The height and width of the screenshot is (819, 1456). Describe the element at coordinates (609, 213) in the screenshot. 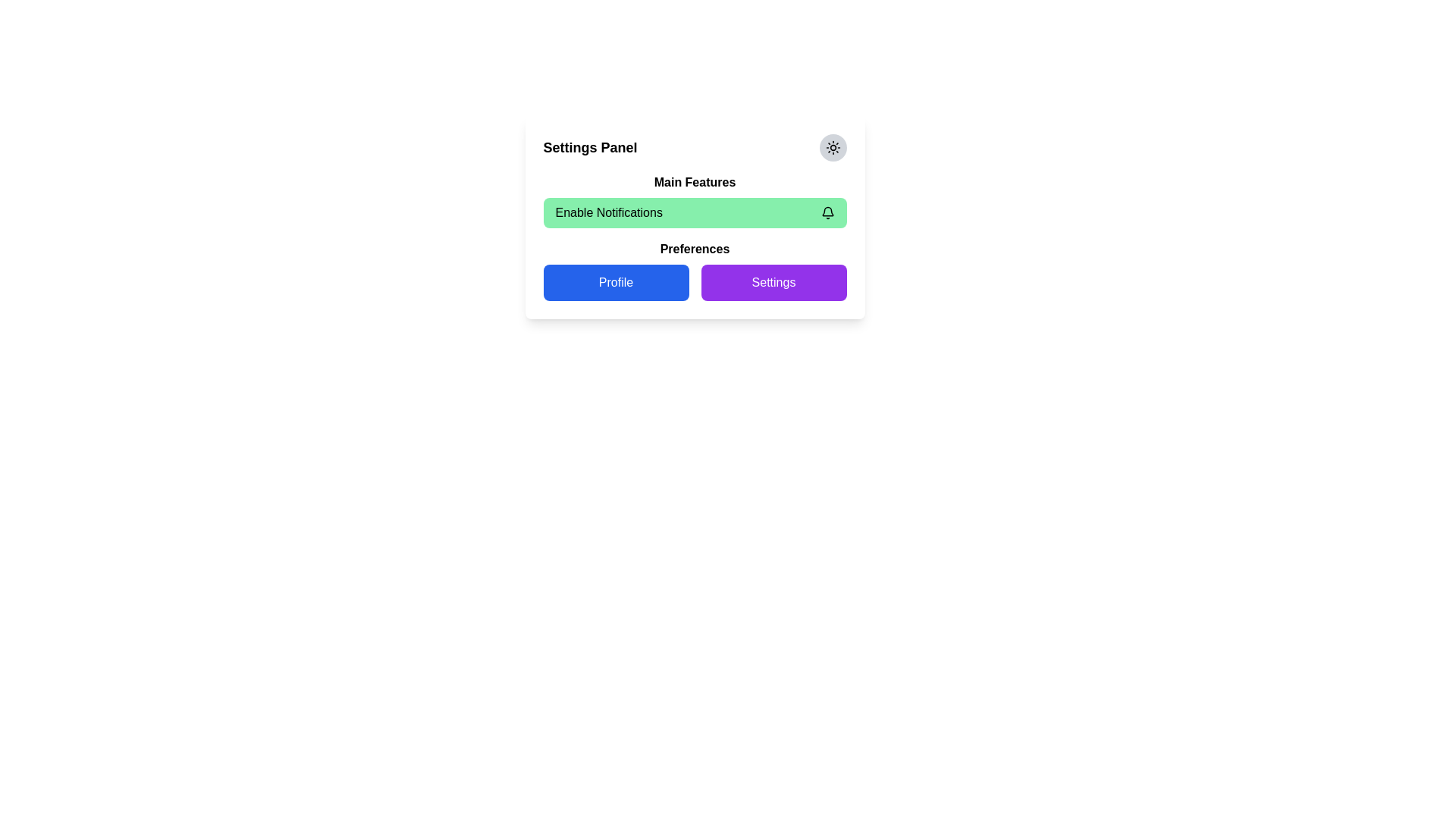

I see `the 'Enable Notifications' text label displayed in bold sans-serif font on a light green background to trigger potential interactions` at that location.